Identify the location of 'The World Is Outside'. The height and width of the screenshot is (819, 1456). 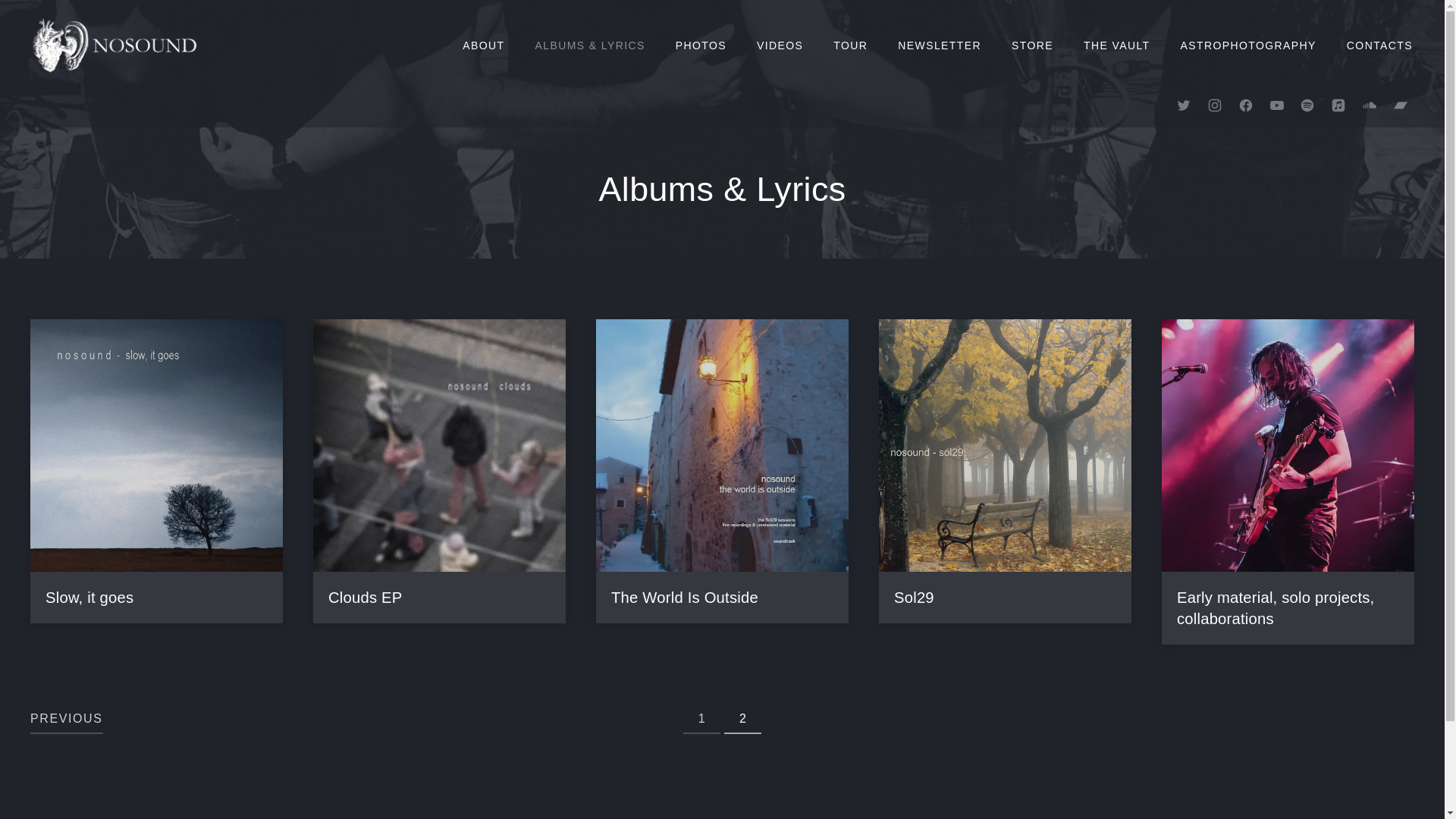
(611, 598).